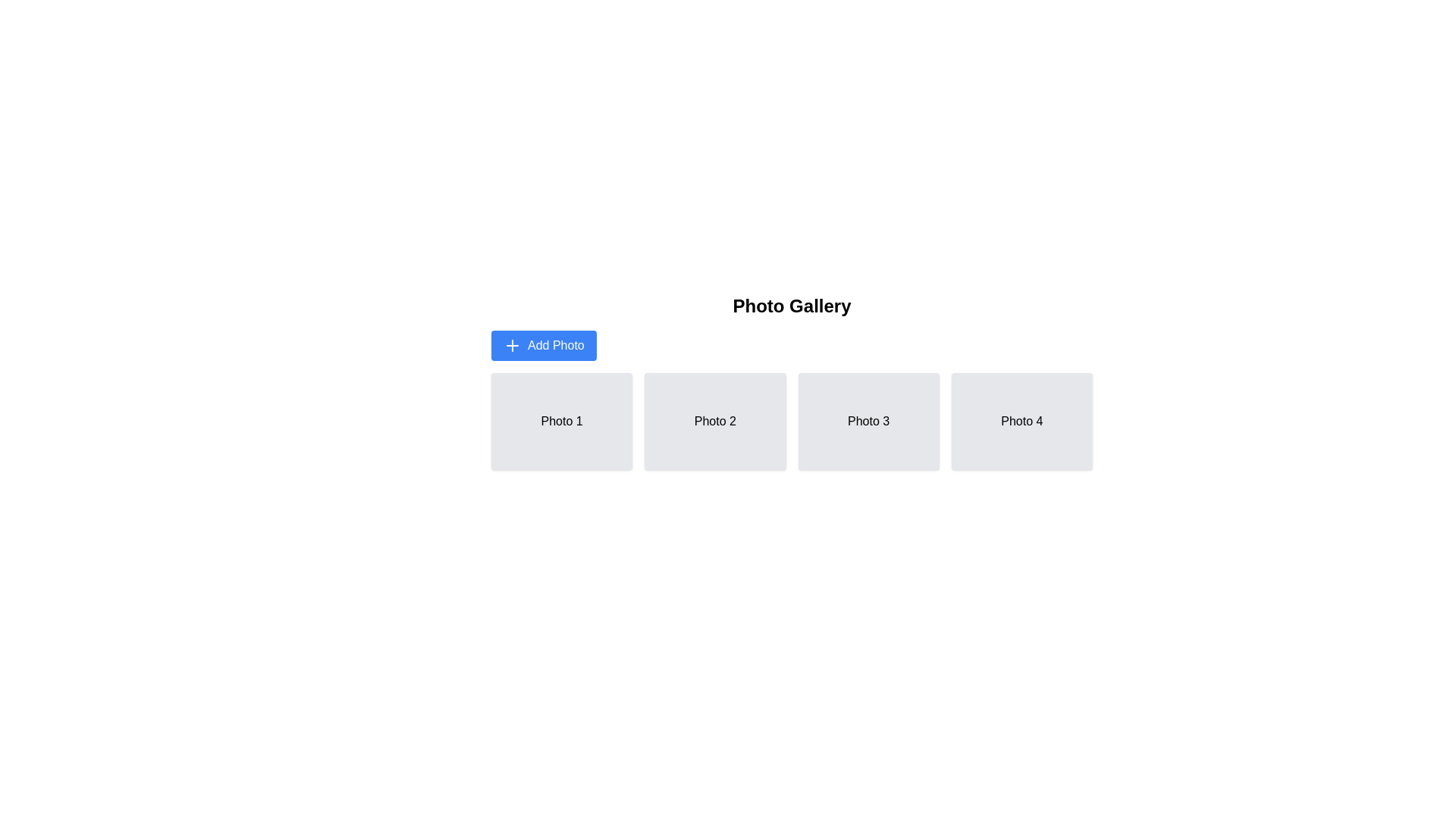 The width and height of the screenshot is (1456, 819). Describe the element at coordinates (714, 421) in the screenshot. I see `the informational tile labeled 'Photo 2', which is a rectangular block with a light gray background and rounded corners, located in a grid layout between 'Photo 1' and 'Photo 3'` at that location.